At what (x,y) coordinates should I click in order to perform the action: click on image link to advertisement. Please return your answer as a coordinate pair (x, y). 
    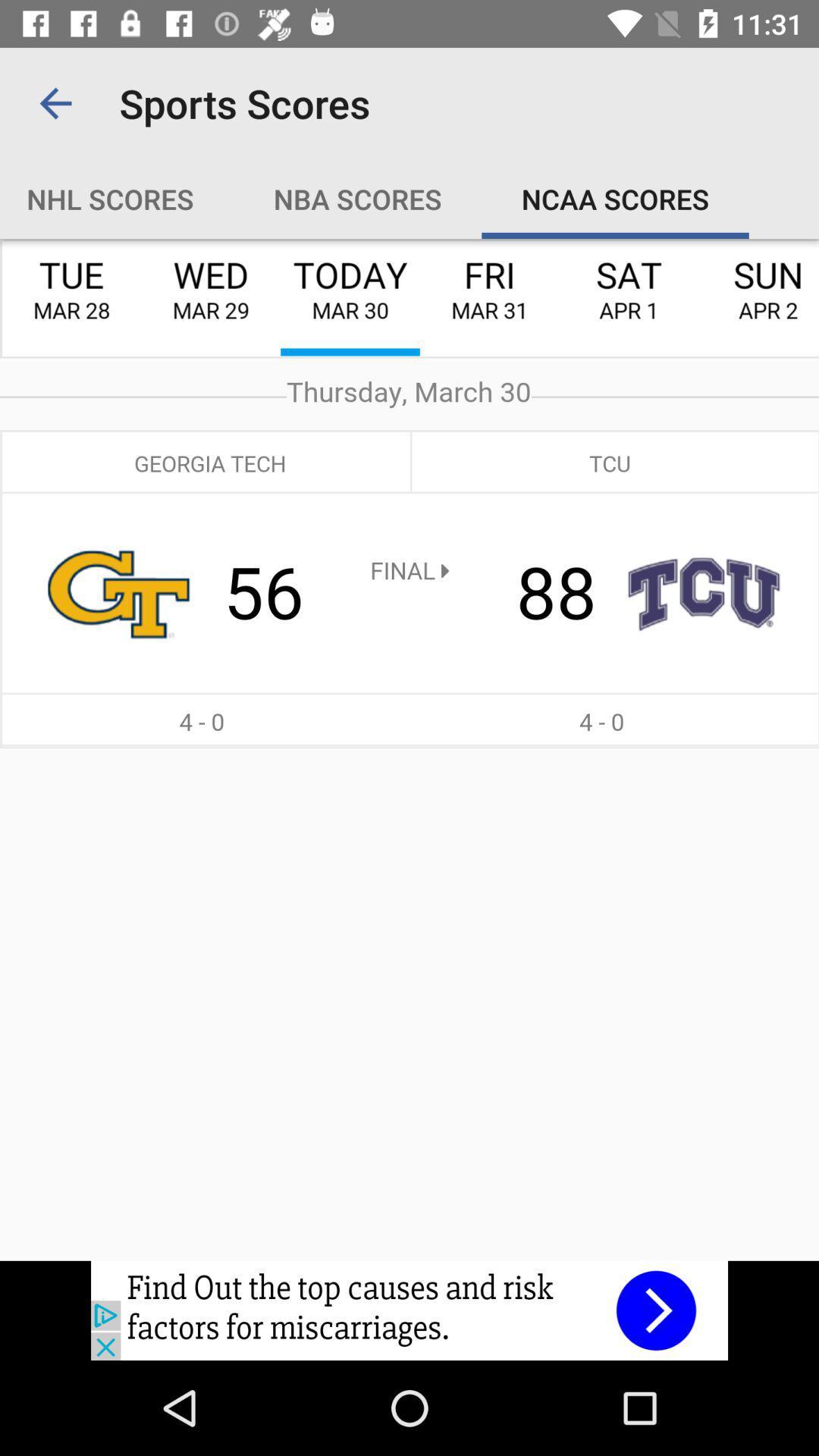
    Looking at the image, I should click on (409, 1310).